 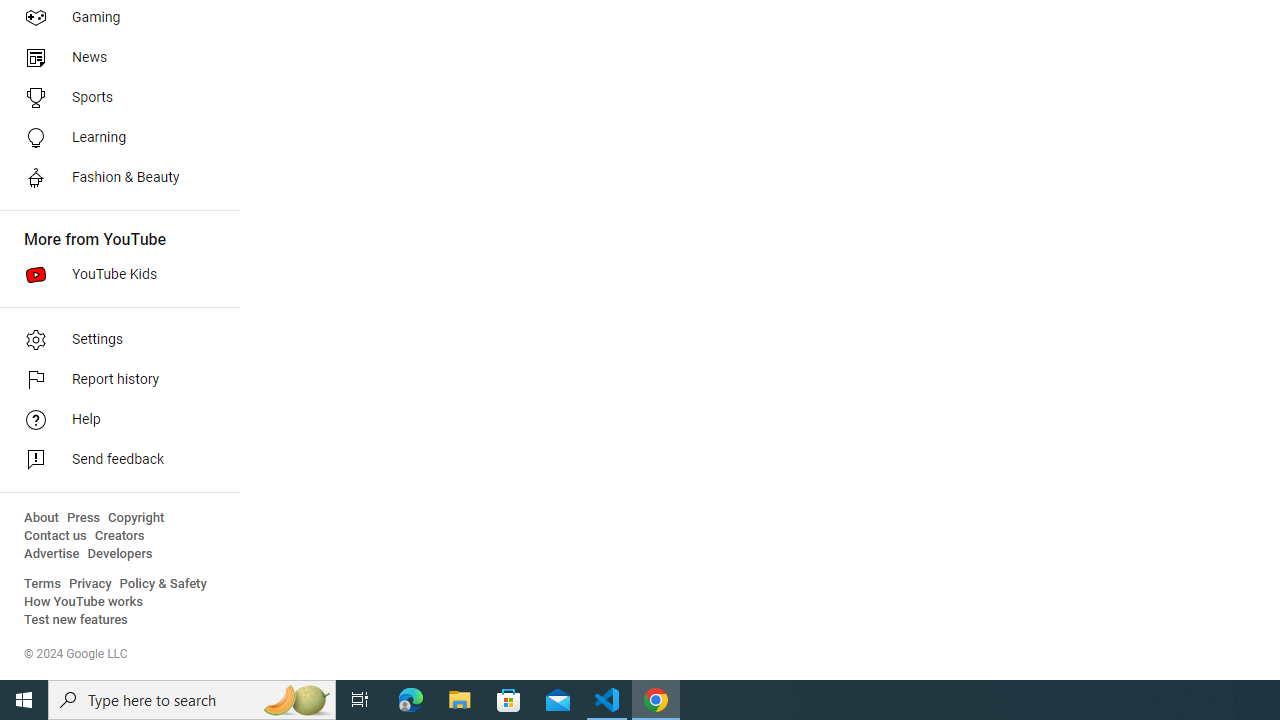 I want to click on 'Fashion & Beauty', so click(x=112, y=176).